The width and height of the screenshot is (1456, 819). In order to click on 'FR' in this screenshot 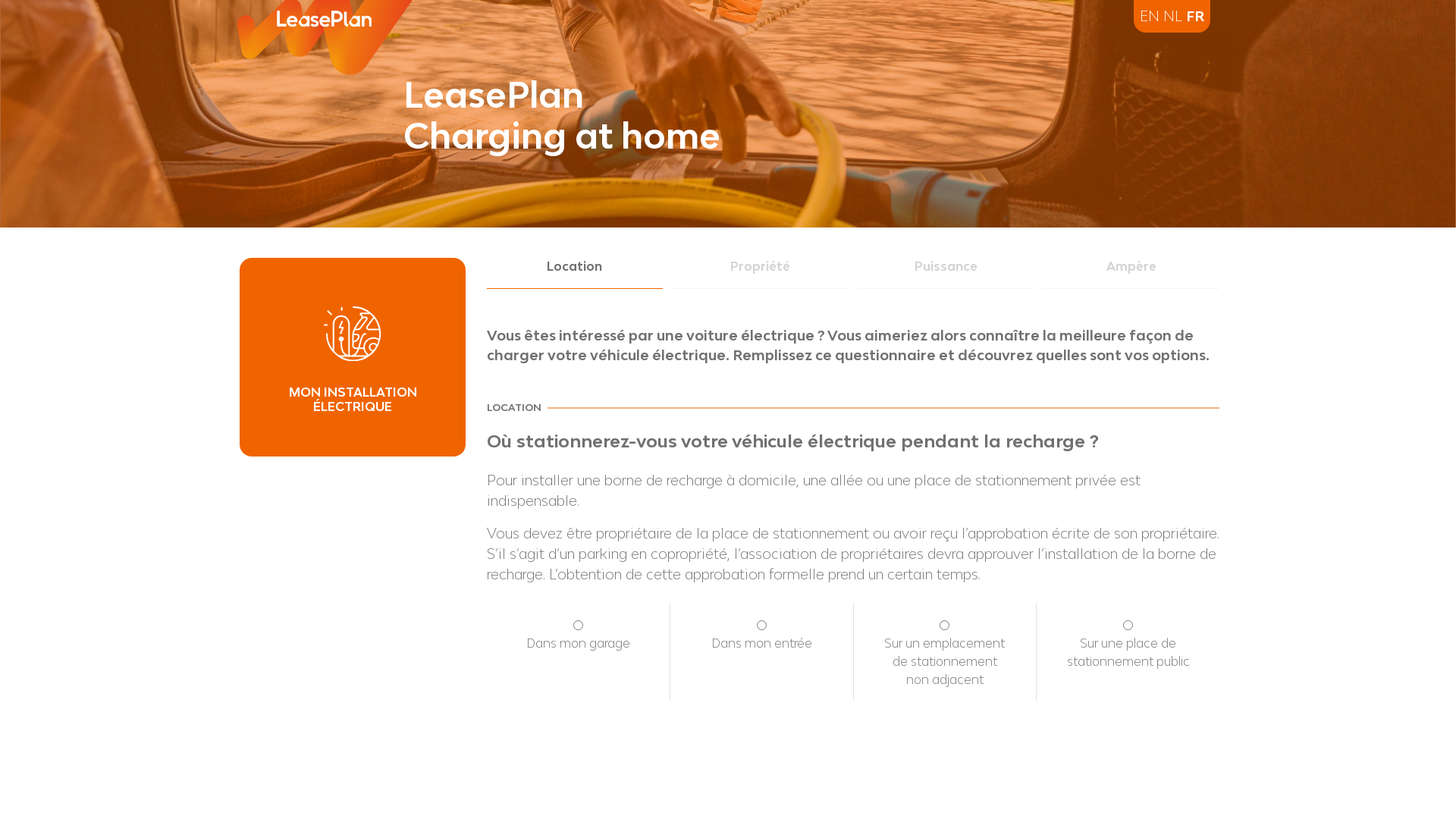, I will do `click(1194, 15)`.